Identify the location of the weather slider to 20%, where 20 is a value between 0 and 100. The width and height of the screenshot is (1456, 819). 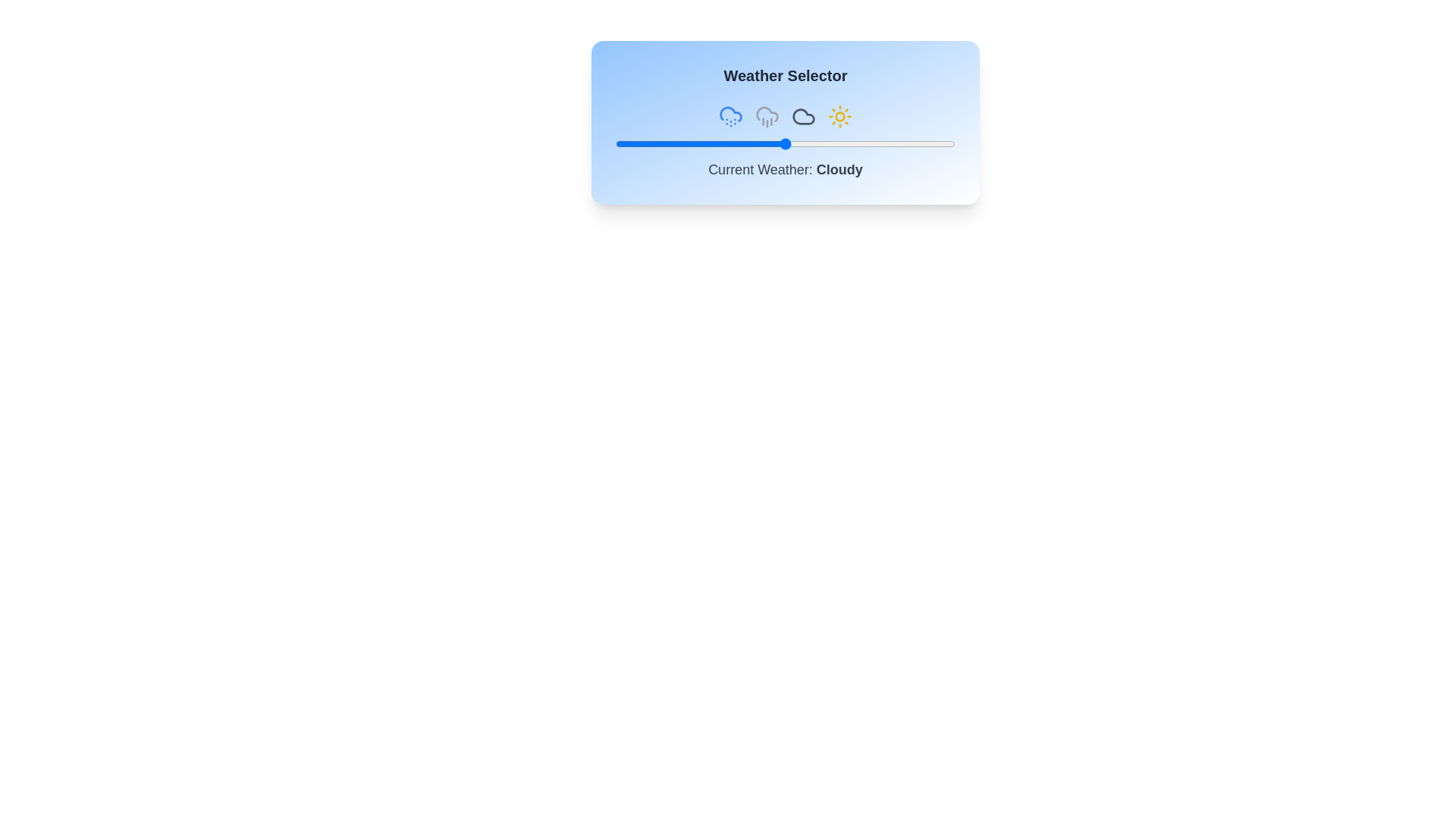
(682, 143).